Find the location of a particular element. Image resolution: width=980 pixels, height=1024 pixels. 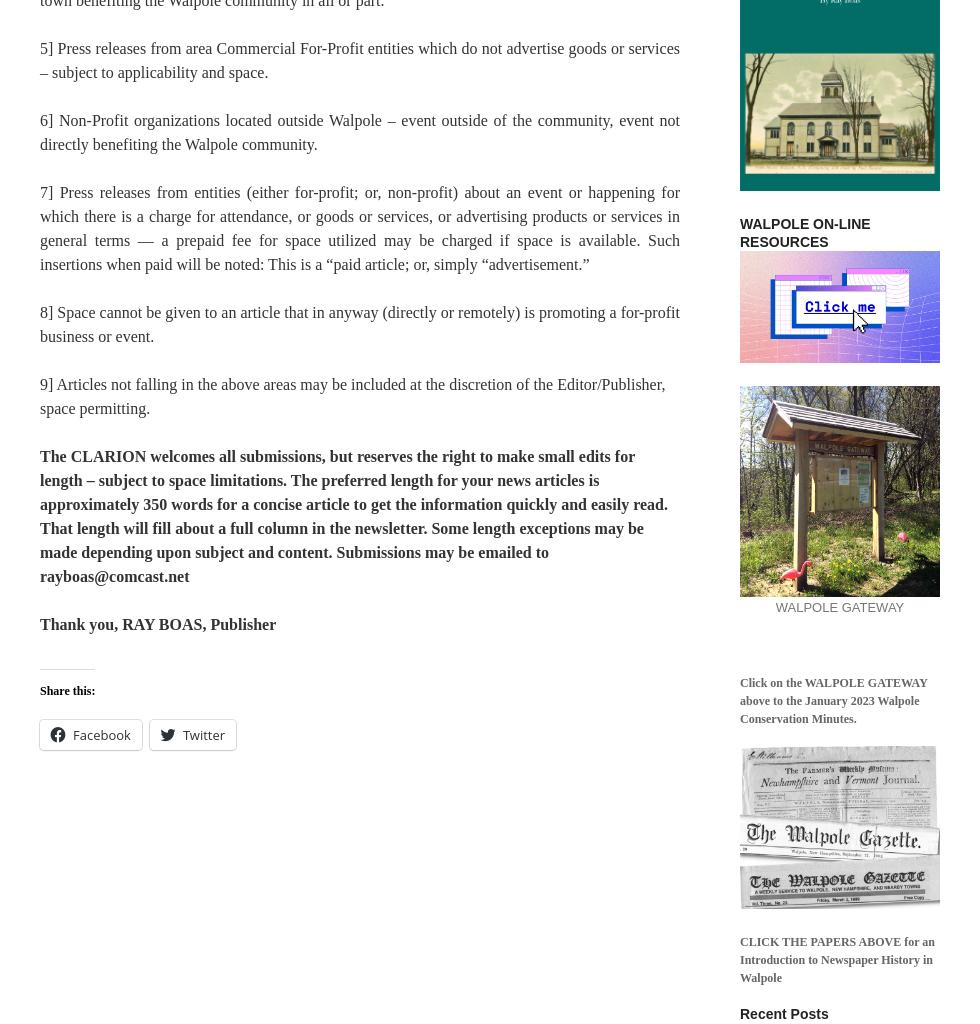

'Twitter' is located at coordinates (181, 734).